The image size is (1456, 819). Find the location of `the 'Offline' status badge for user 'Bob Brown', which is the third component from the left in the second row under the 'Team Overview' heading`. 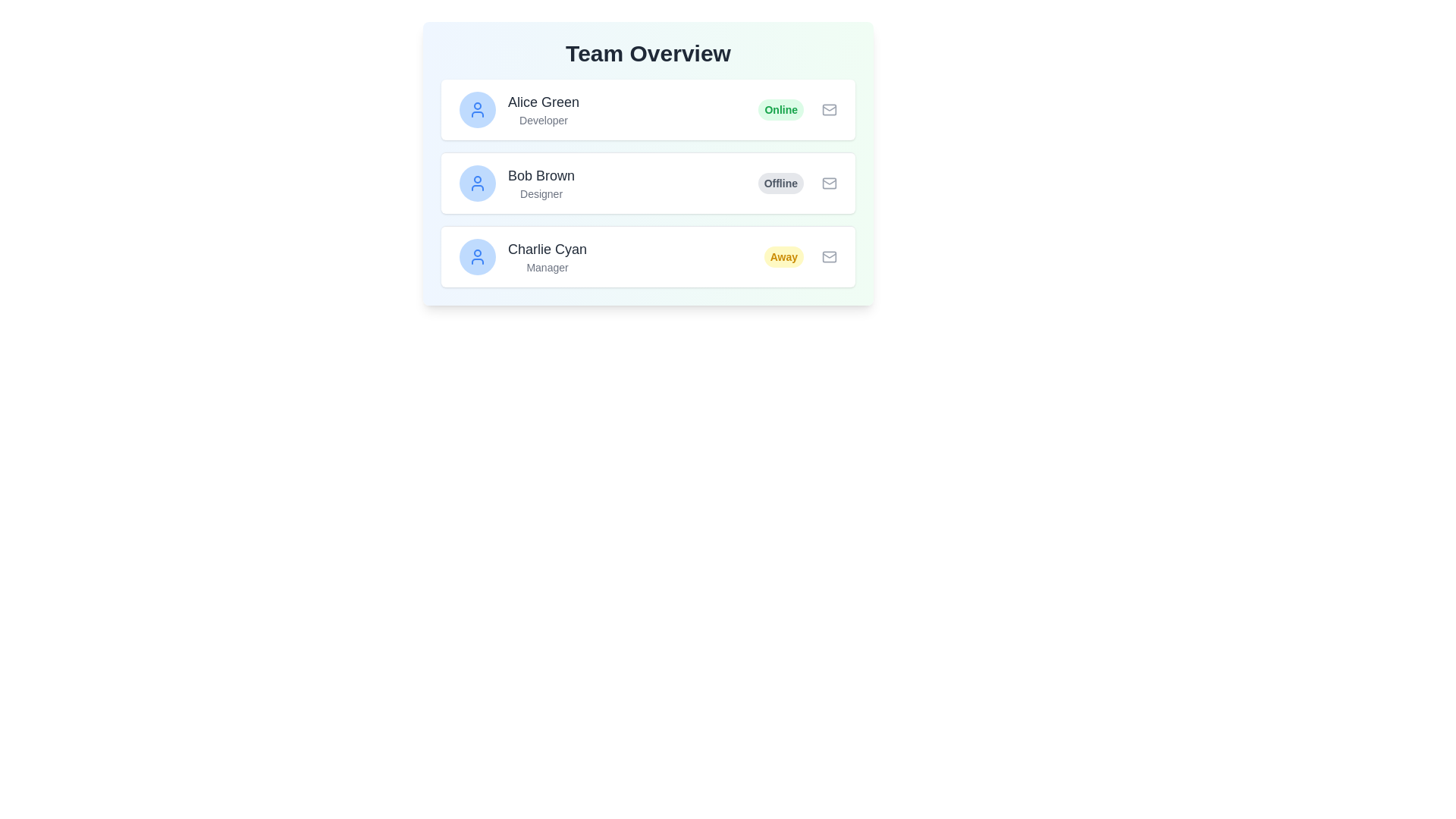

the 'Offline' status badge for user 'Bob Brown', which is the third component from the left in the second row under the 'Team Overview' heading is located at coordinates (780, 183).